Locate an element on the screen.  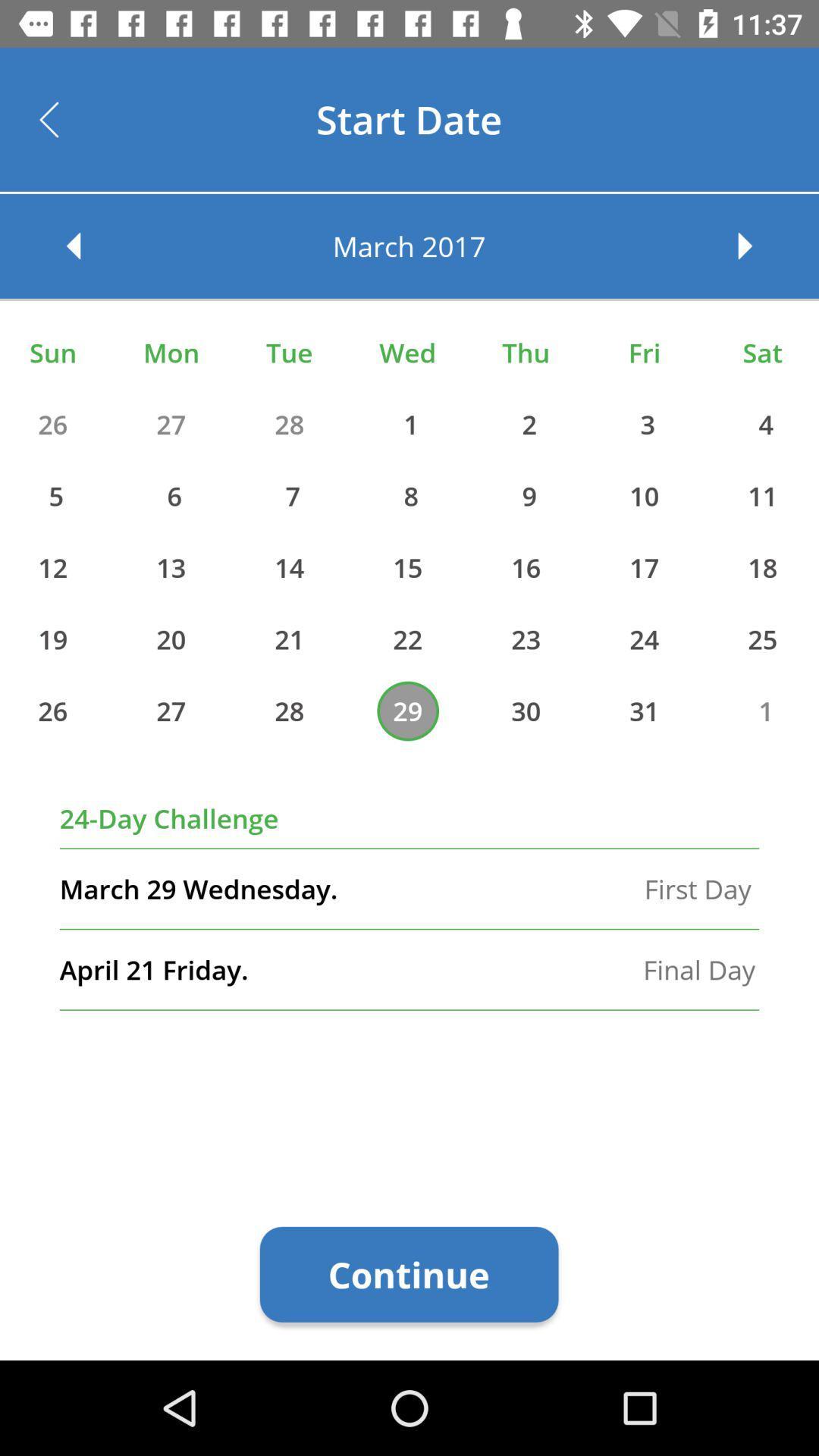
icon to the right of march 2017 is located at coordinates (760, 246).